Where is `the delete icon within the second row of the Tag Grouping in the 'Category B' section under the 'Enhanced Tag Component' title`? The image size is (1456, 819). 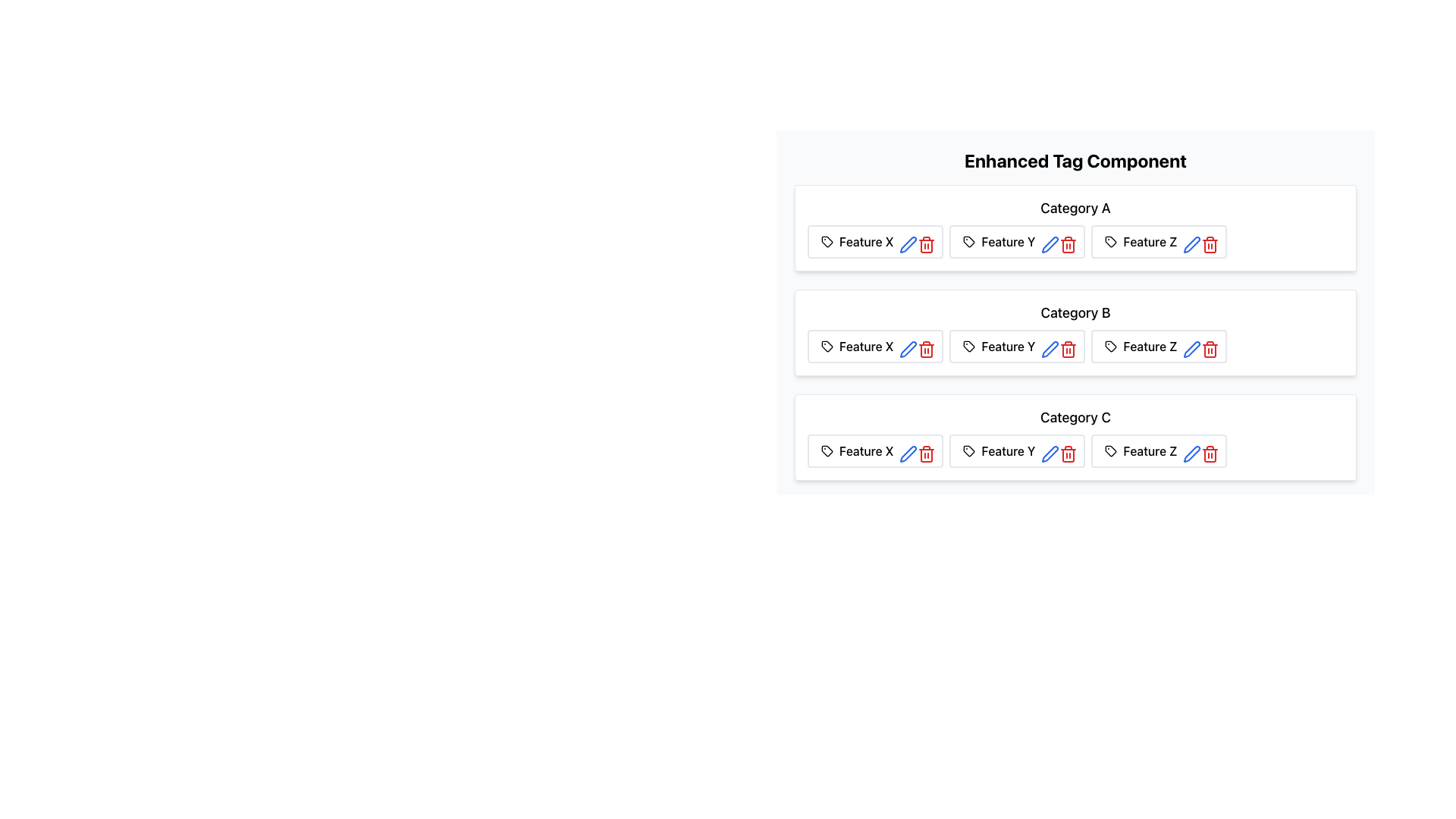 the delete icon within the second row of the Tag Grouping in the 'Category B' section under the 'Enhanced Tag Component' title is located at coordinates (1075, 346).